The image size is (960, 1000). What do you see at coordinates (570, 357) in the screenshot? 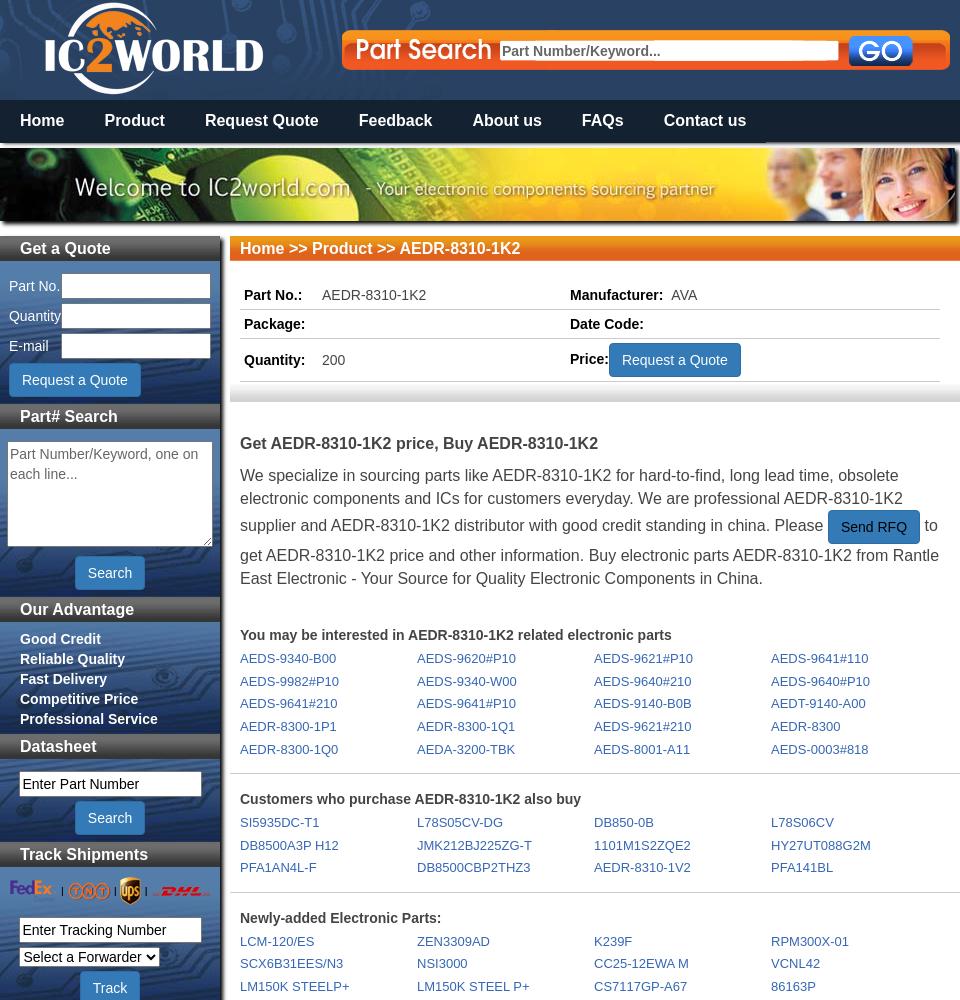
I see `'Price:'` at bounding box center [570, 357].